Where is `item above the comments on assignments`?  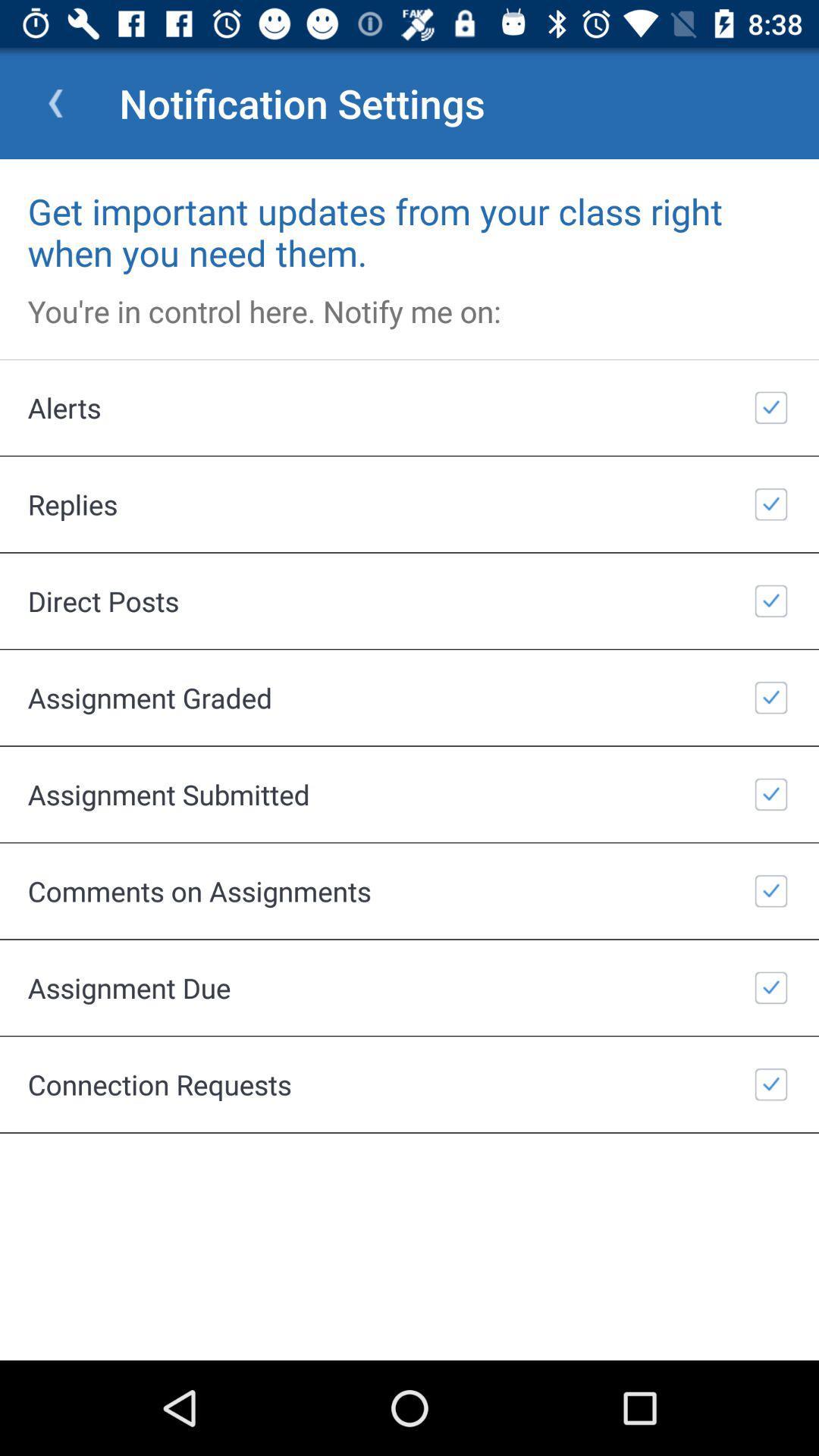
item above the comments on assignments is located at coordinates (409, 793).